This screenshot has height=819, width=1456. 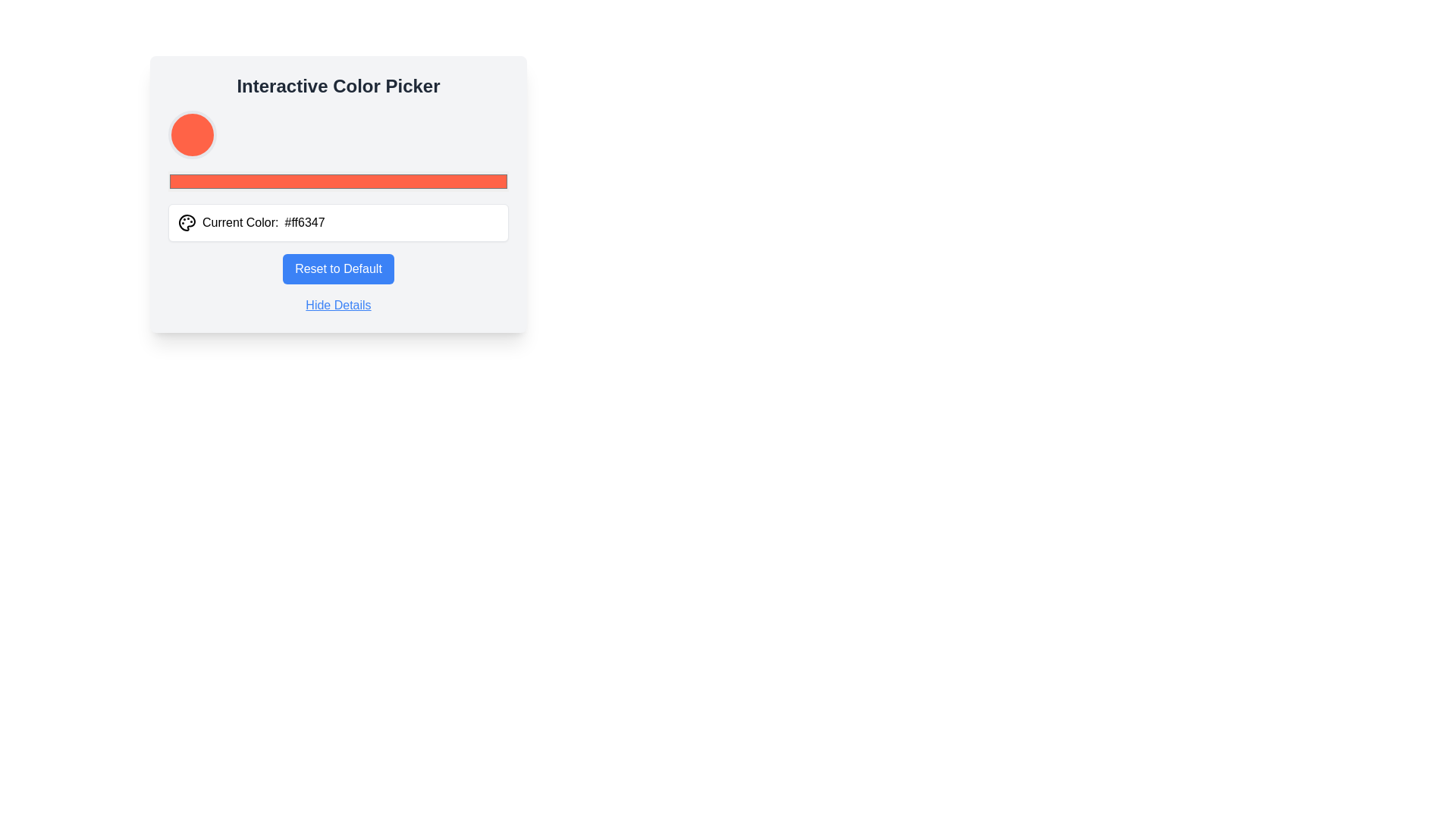 What do you see at coordinates (240, 222) in the screenshot?
I see `the label that describes the adjacent color code '#ff6347', located in the central lower section of the interface, following an icon resembling a palette` at bounding box center [240, 222].